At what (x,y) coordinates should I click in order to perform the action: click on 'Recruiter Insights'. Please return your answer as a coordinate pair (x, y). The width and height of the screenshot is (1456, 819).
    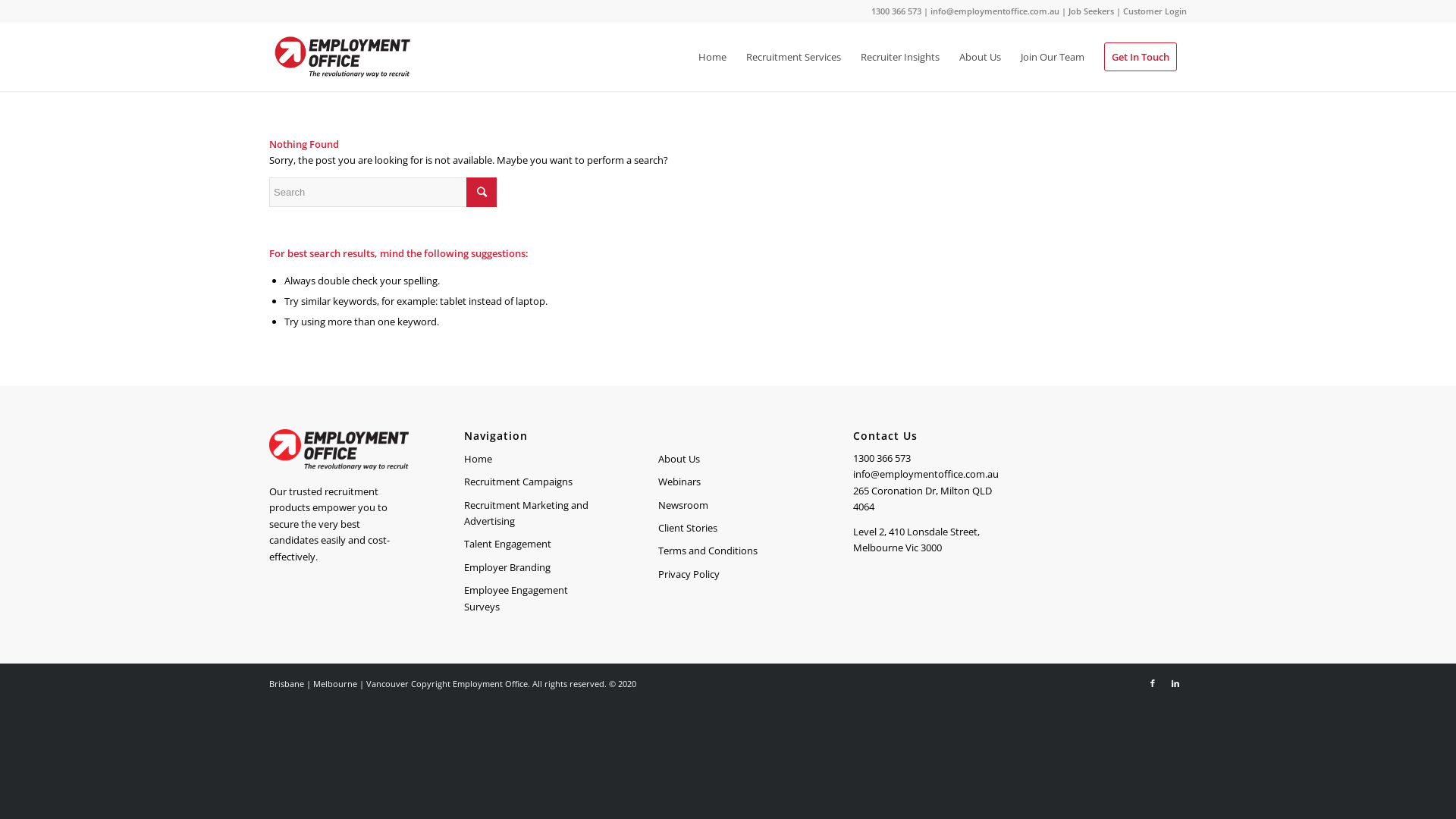
    Looking at the image, I should click on (899, 55).